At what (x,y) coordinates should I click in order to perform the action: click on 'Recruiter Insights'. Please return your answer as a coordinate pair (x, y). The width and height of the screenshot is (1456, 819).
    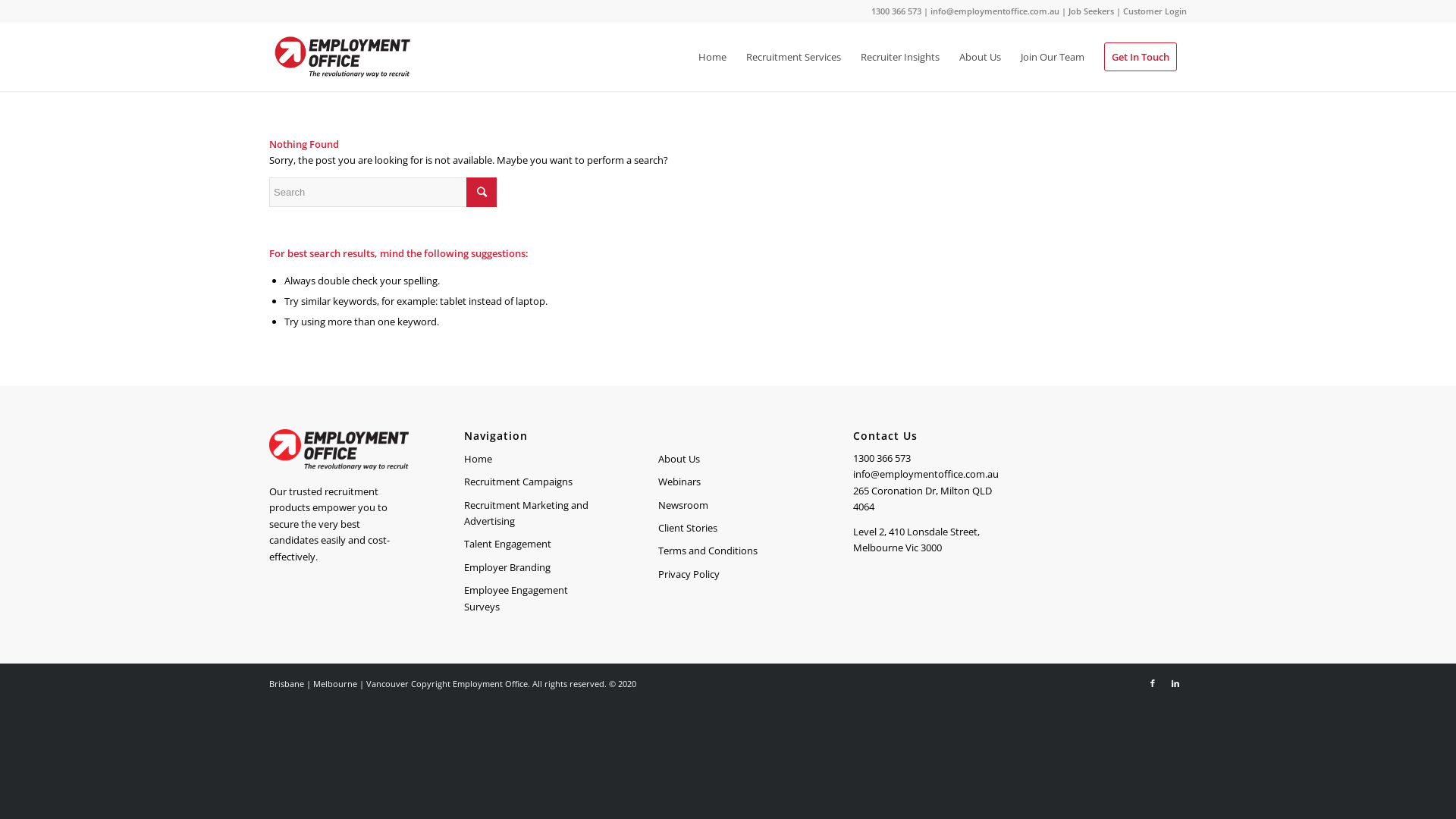
    Looking at the image, I should click on (899, 55).